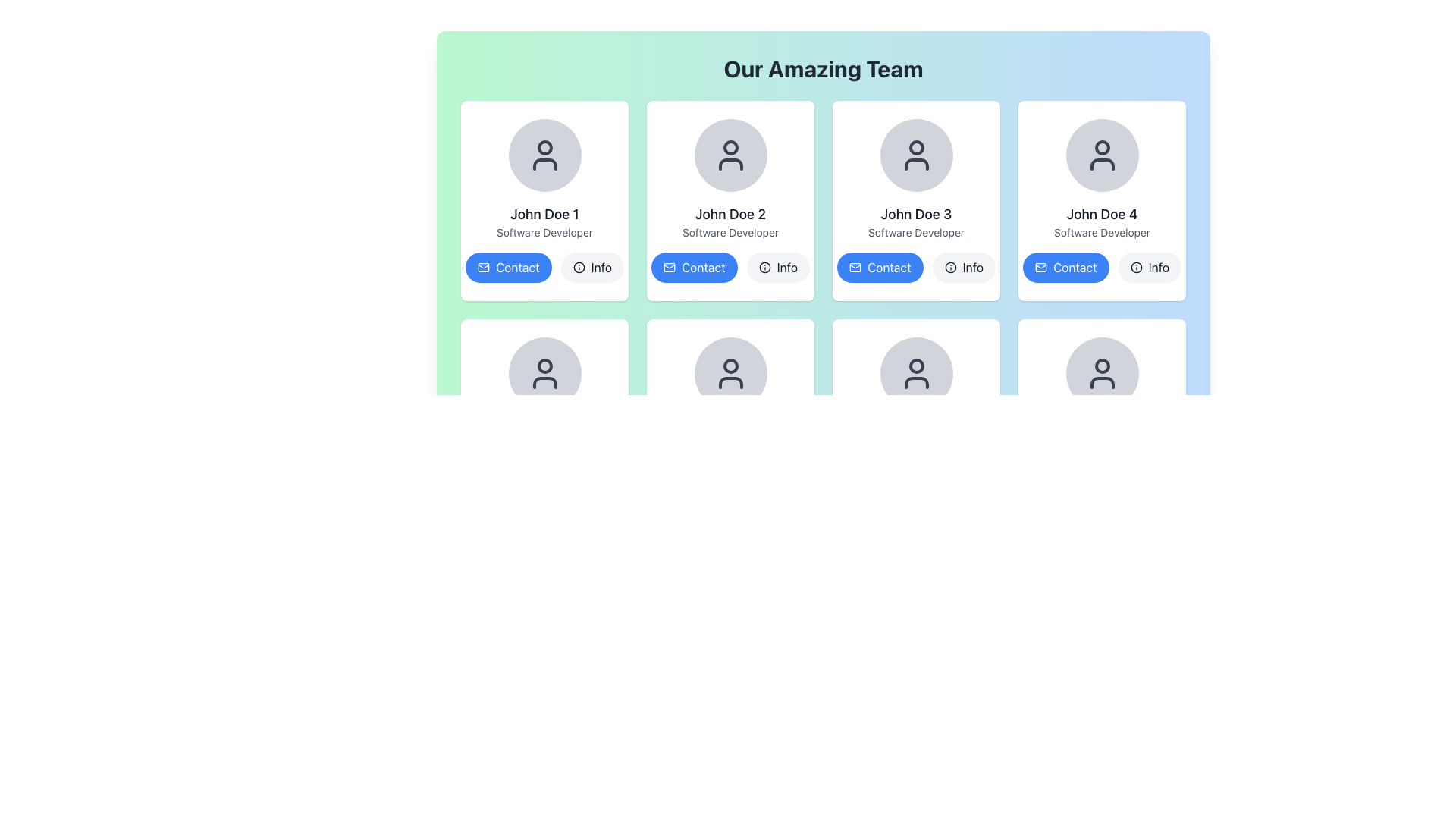  Describe the element at coordinates (730, 366) in the screenshot. I see `the decorative circular graphical element representing a user profile, located in the second row and fourth column of the team section` at that location.